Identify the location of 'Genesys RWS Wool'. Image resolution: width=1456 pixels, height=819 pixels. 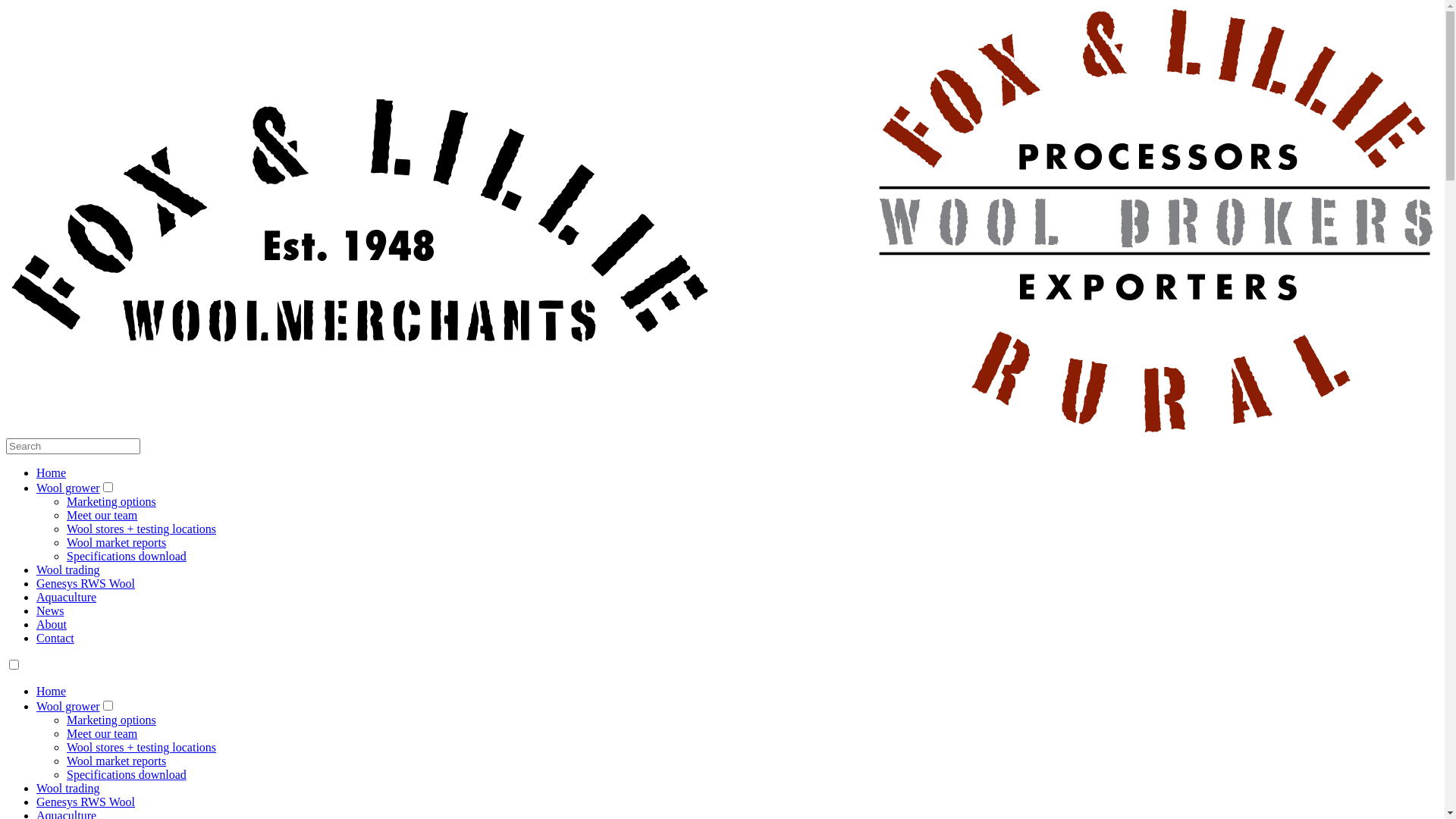
(85, 582).